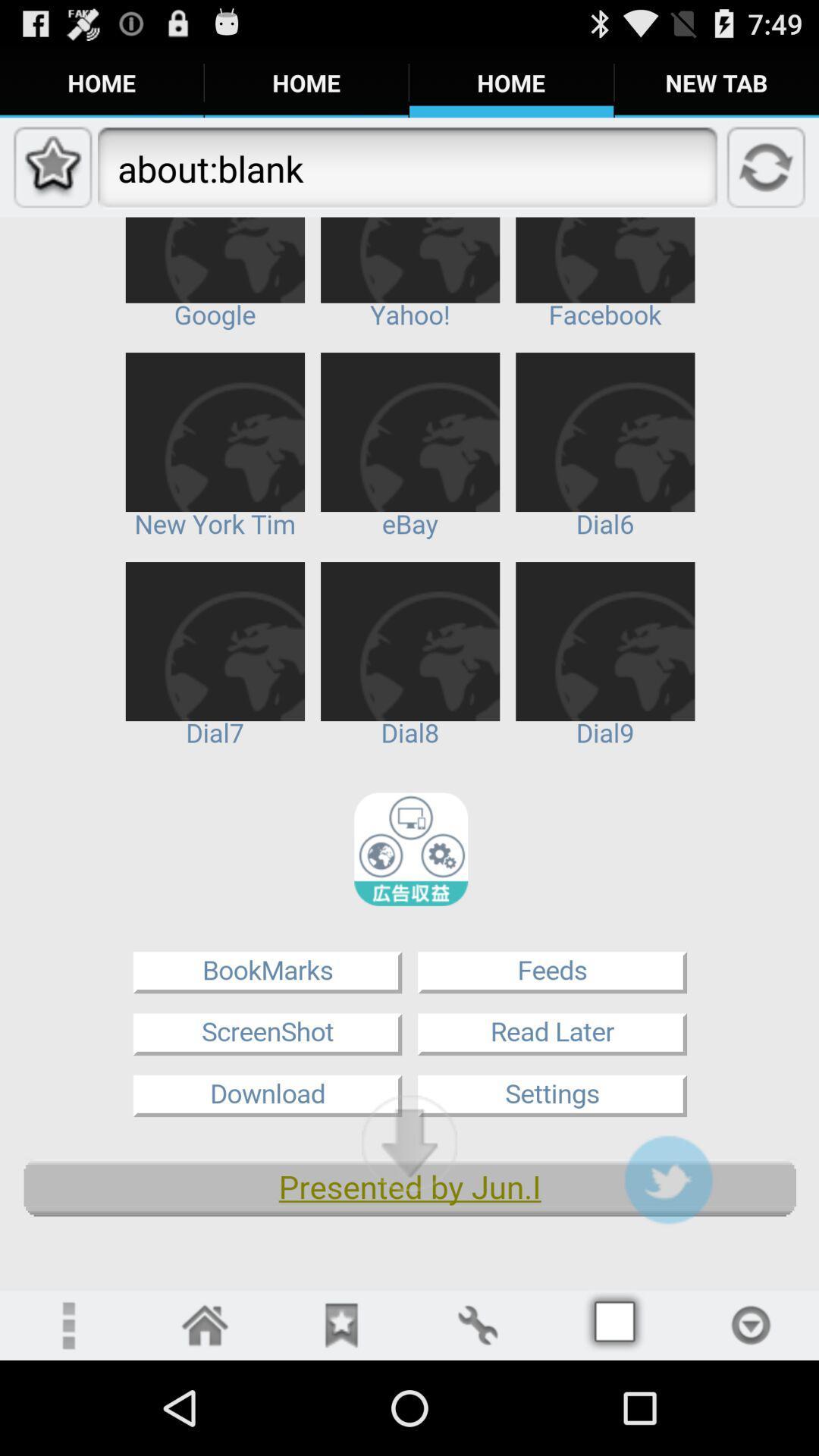  Describe the element at coordinates (341, 1324) in the screenshot. I see `favorites` at that location.